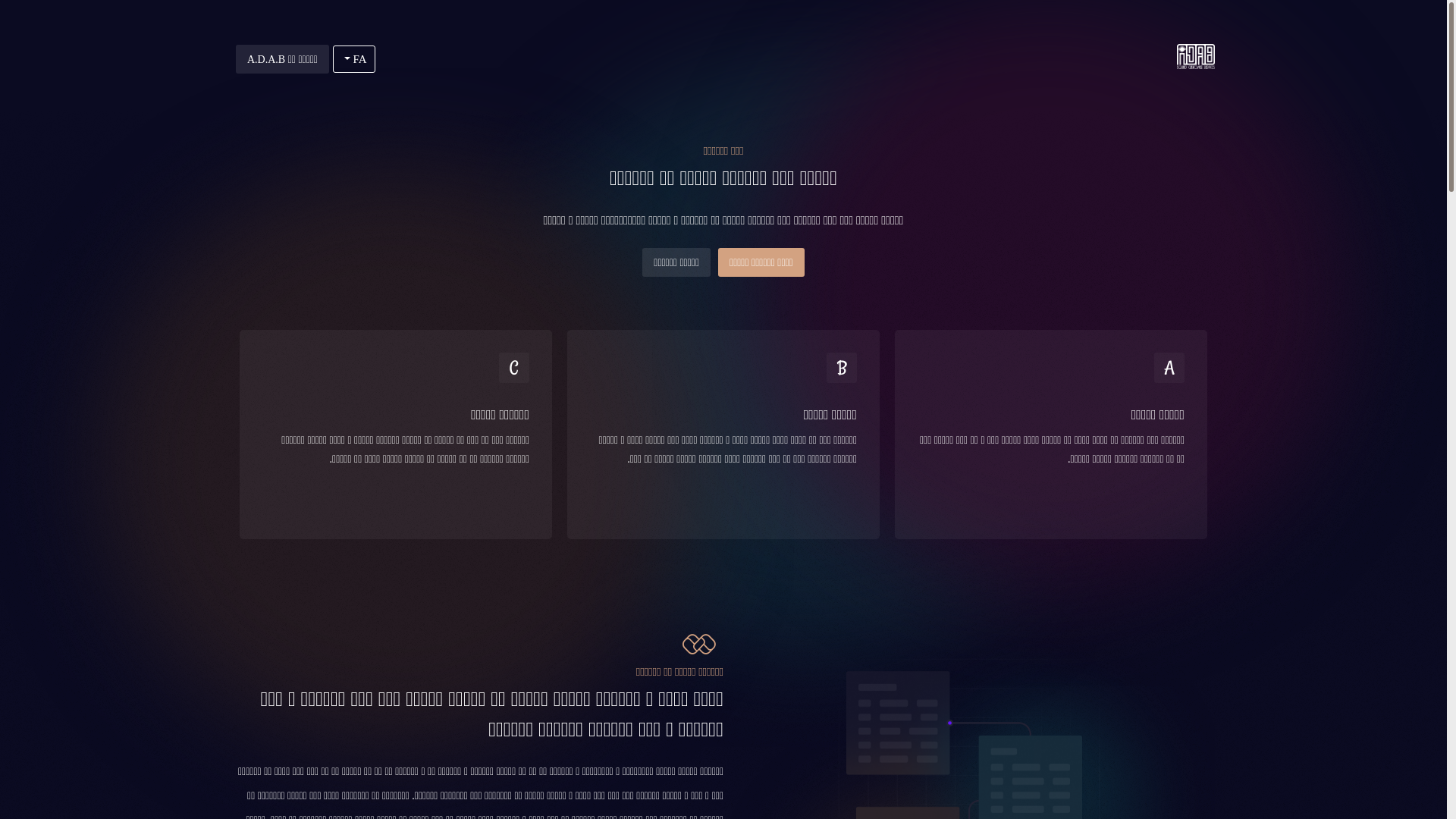 The width and height of the screenshot is (1456, 819). Describe the element at coordinates (331, 58) in the screenshot. I see `'FA'` at that location.